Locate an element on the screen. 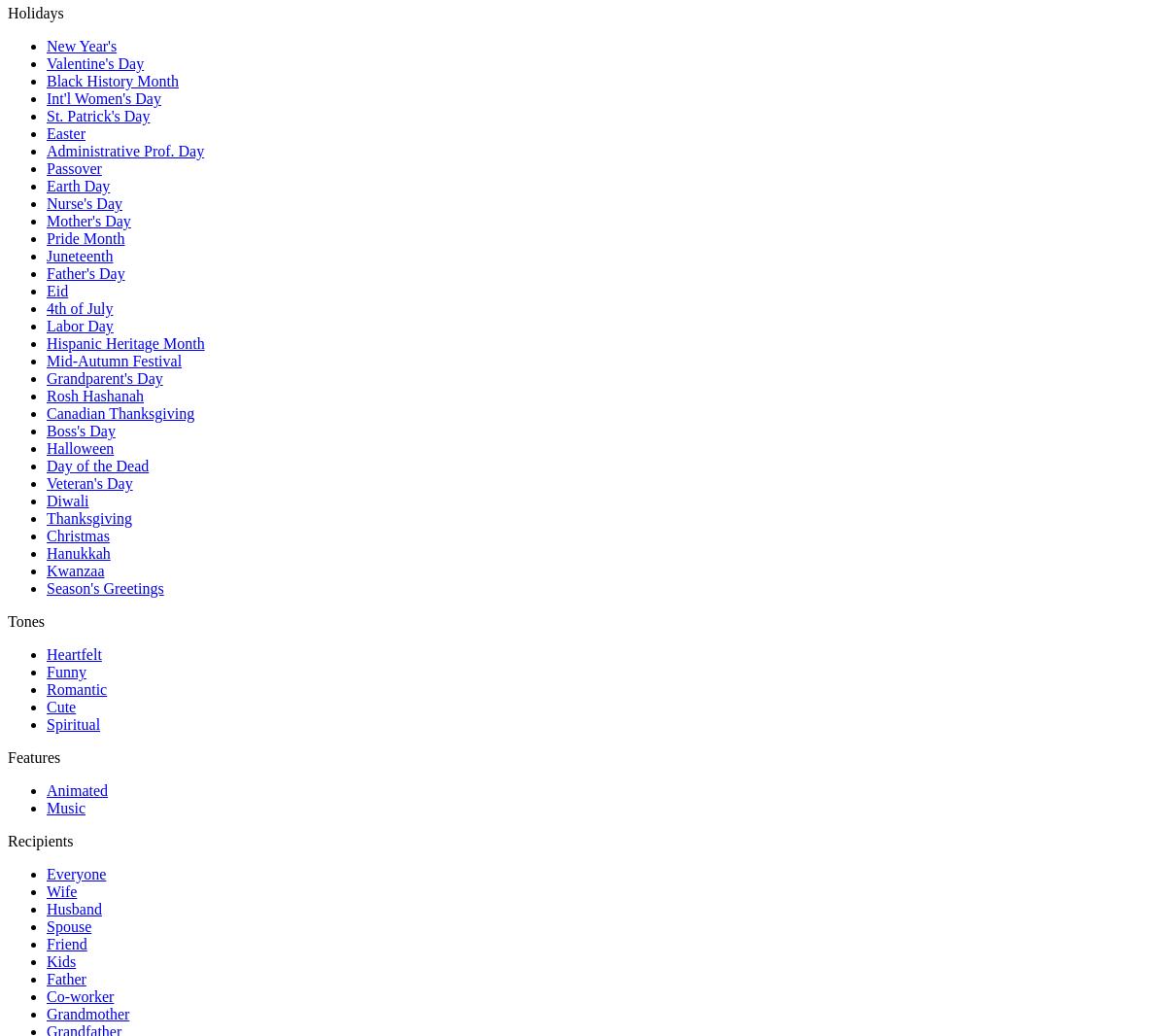  'Black History Month' is located at coordinates (47, 80).